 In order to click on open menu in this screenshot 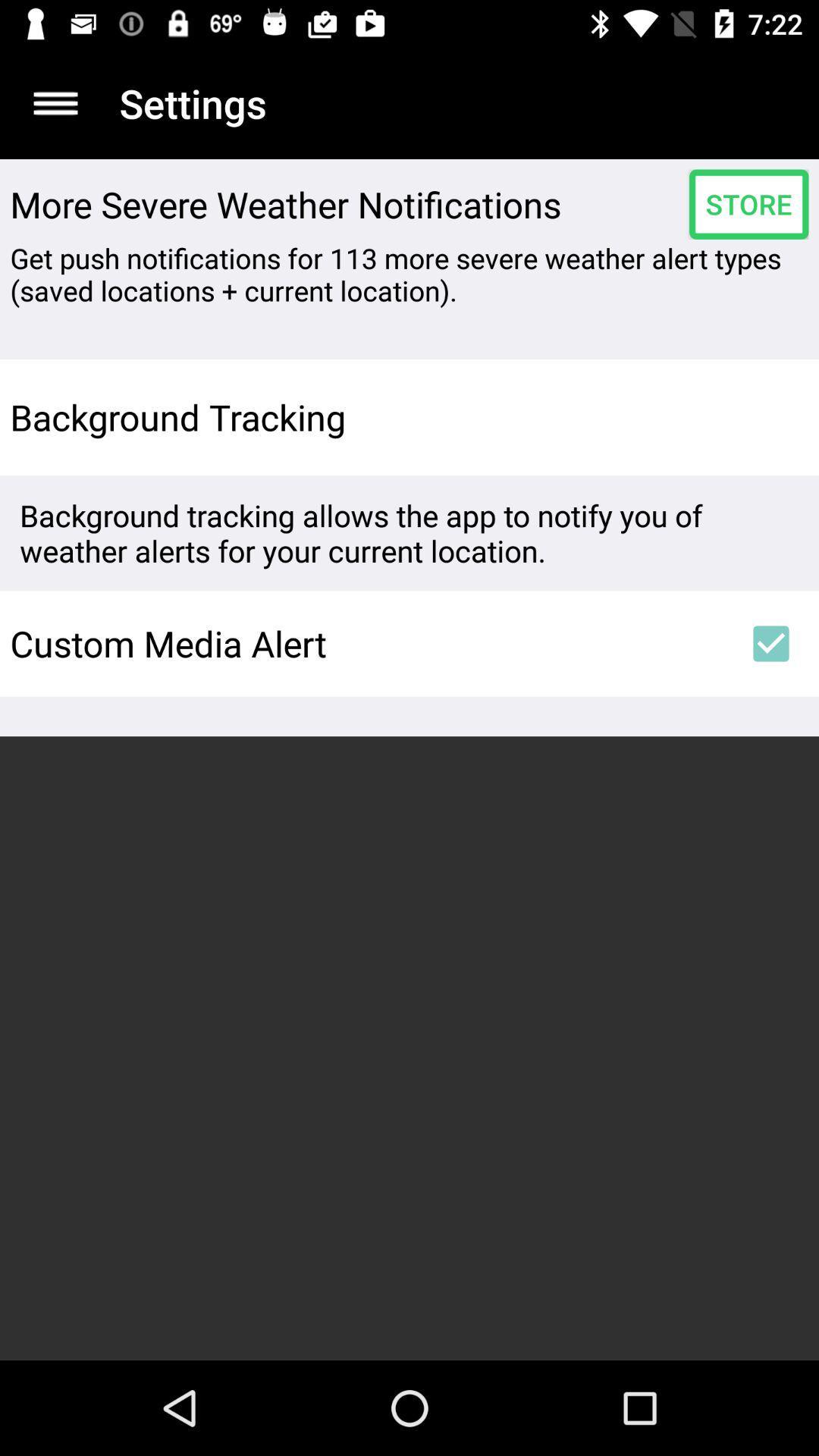, I will do `click(55, 102)`.